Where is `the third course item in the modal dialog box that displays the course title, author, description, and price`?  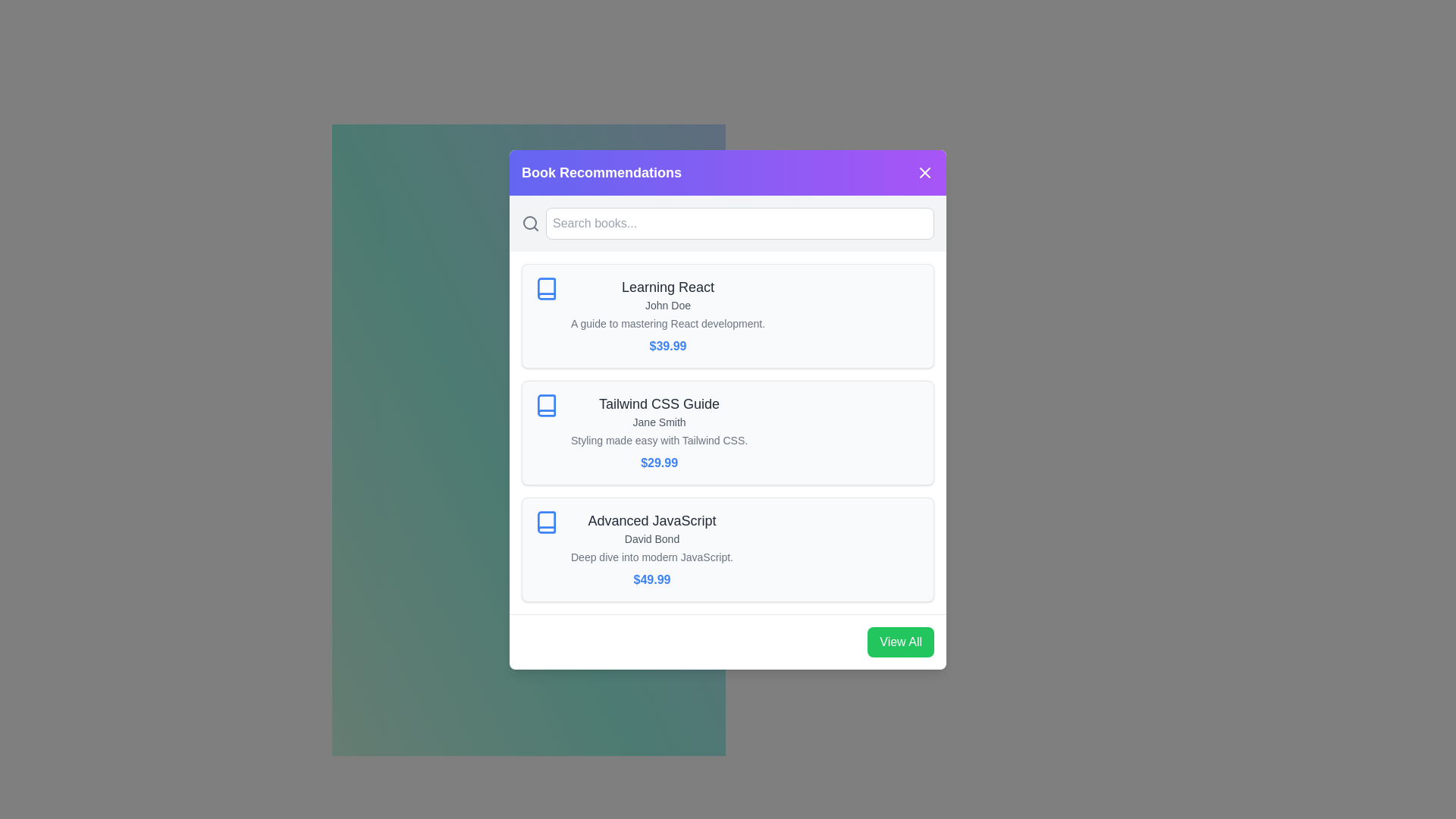
the third course item in the modal dialog box that displays the course title, author, description, and price is located at coordinates (651, 549).